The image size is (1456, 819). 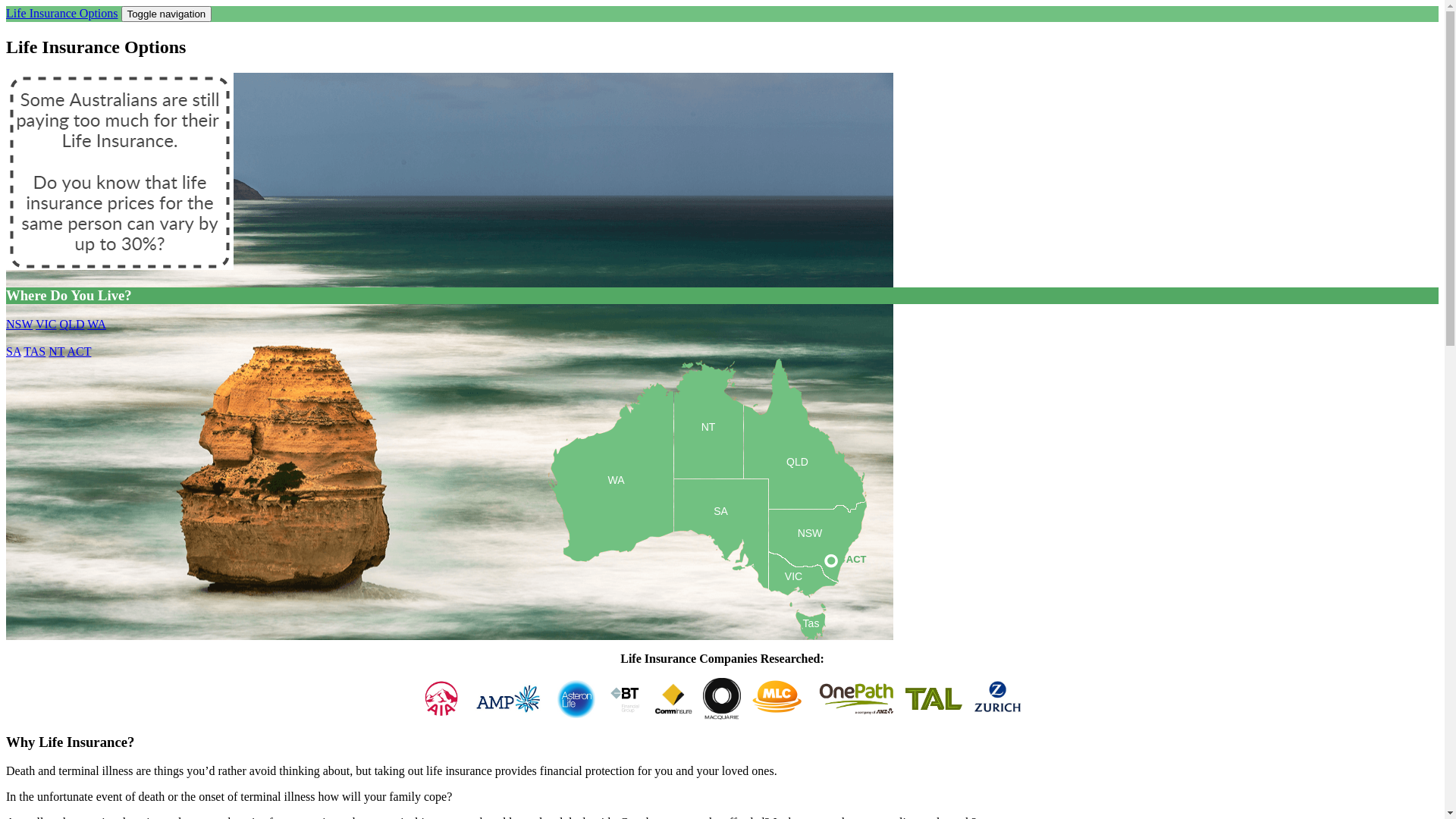 I want to click on 'QLD', so click(x=803, y=482).